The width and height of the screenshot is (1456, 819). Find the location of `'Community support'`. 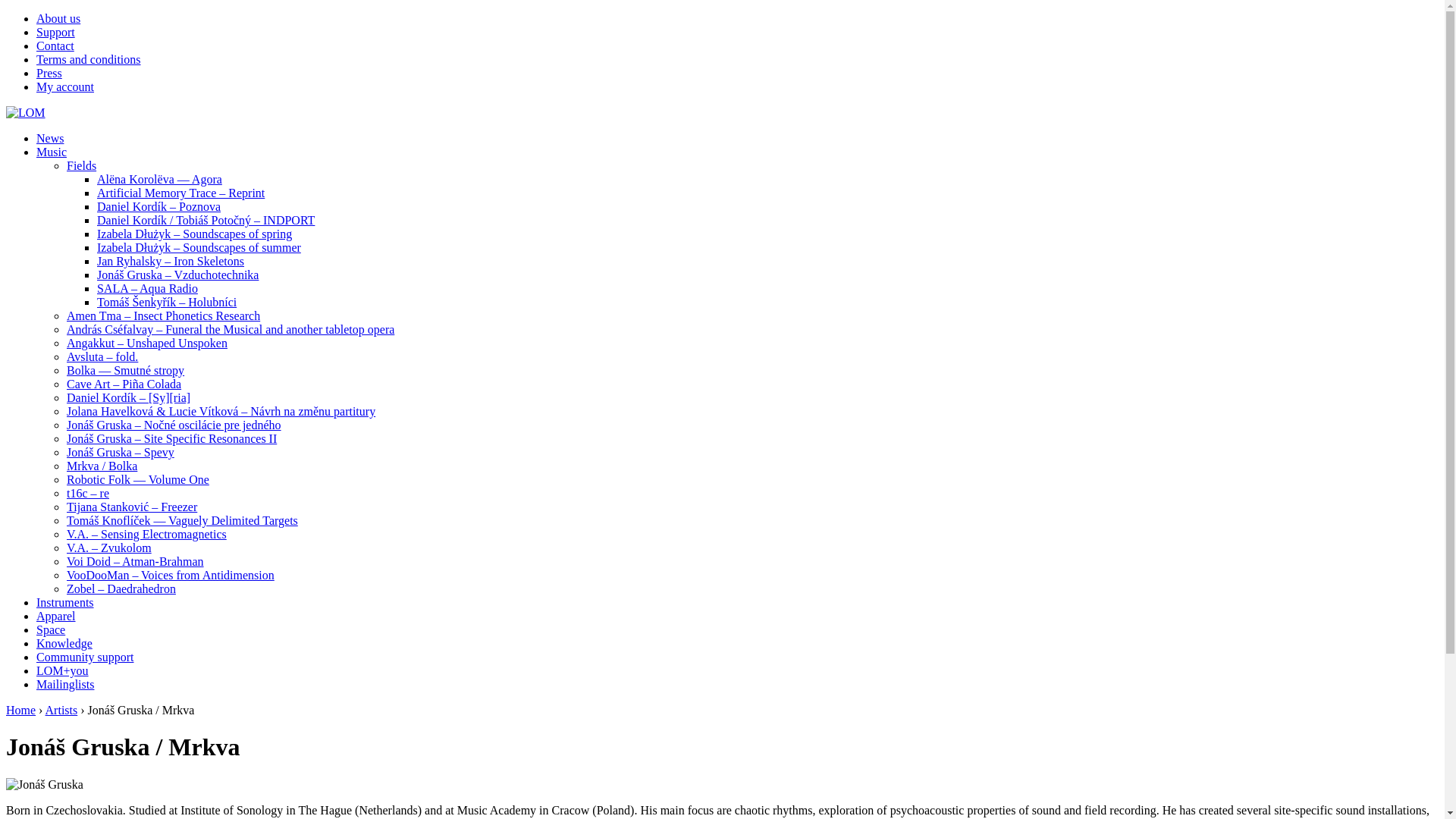

'Community support' is located at coordinates (36, 656).